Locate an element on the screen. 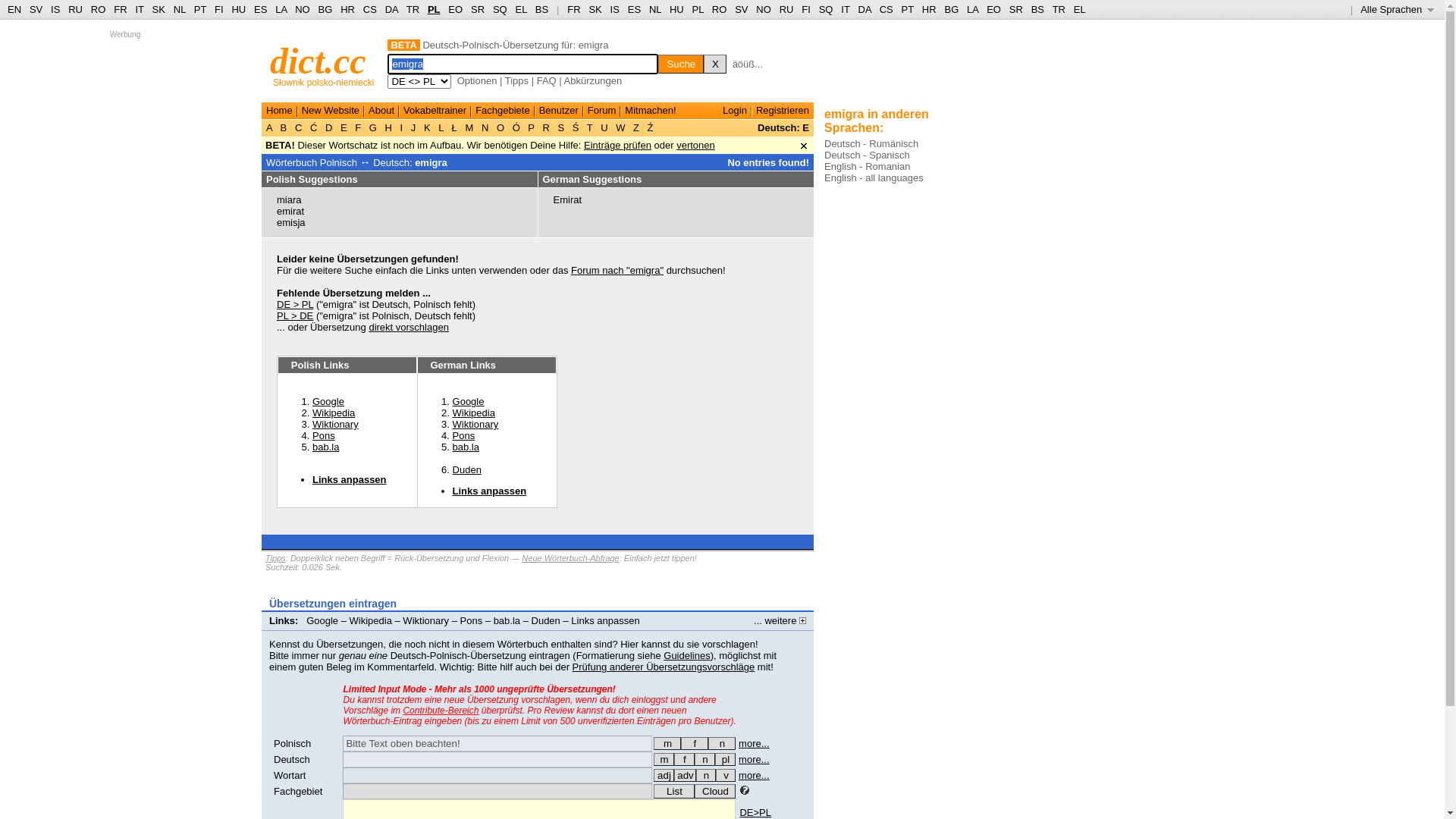 The width and height of the screenshot is (1456, 819). 'J' is located at coordinates (413, 127).